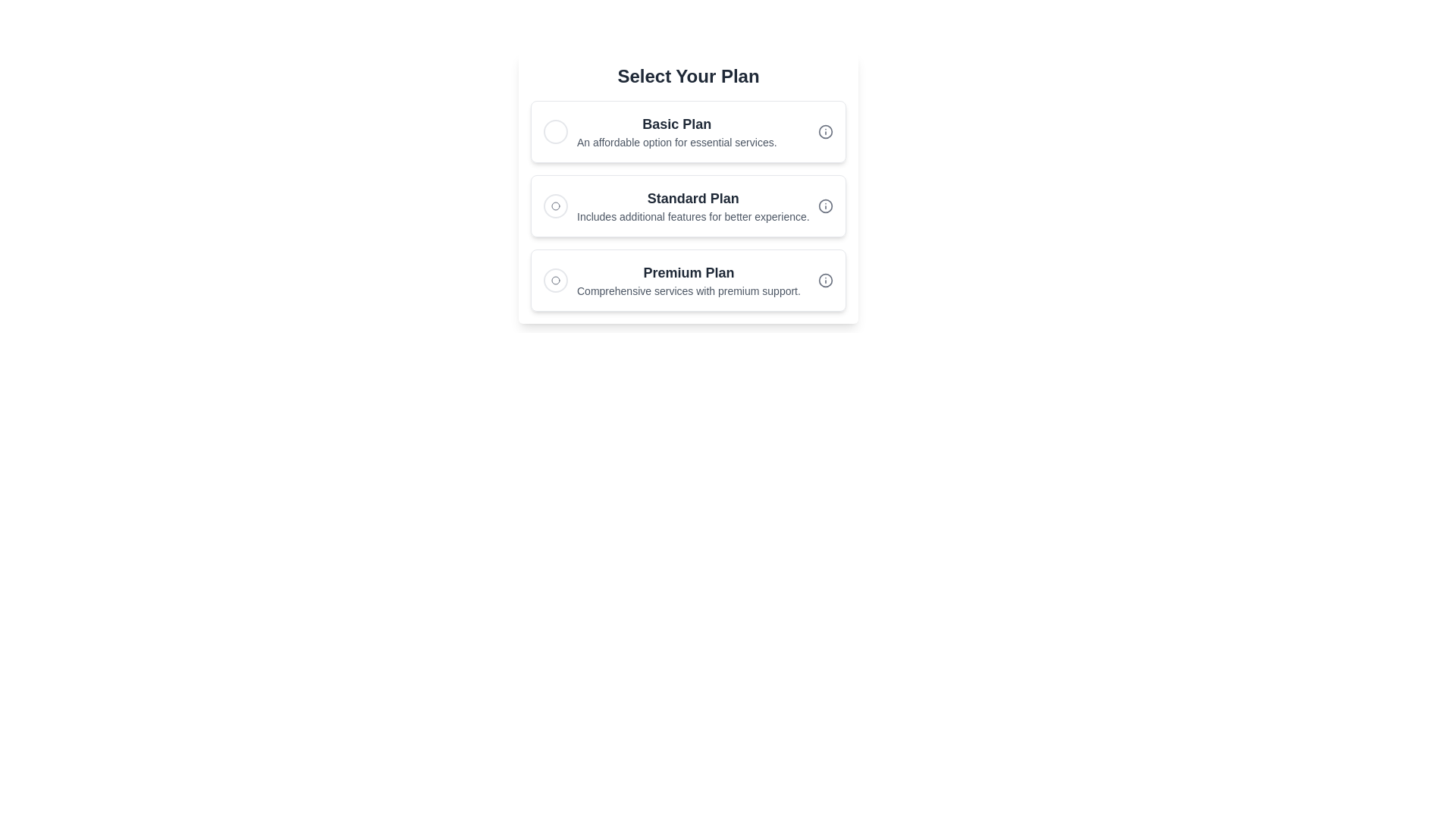 Image resolution: width=1456 pixels, height=819 pixels. What do you see at coordinates (676, 143) in the screenshot?
I see `the text label displaying 'An affordable option for essential services.' which is located under the title 'Basic Plan' in the card layout` at bounding box center [676, 143].